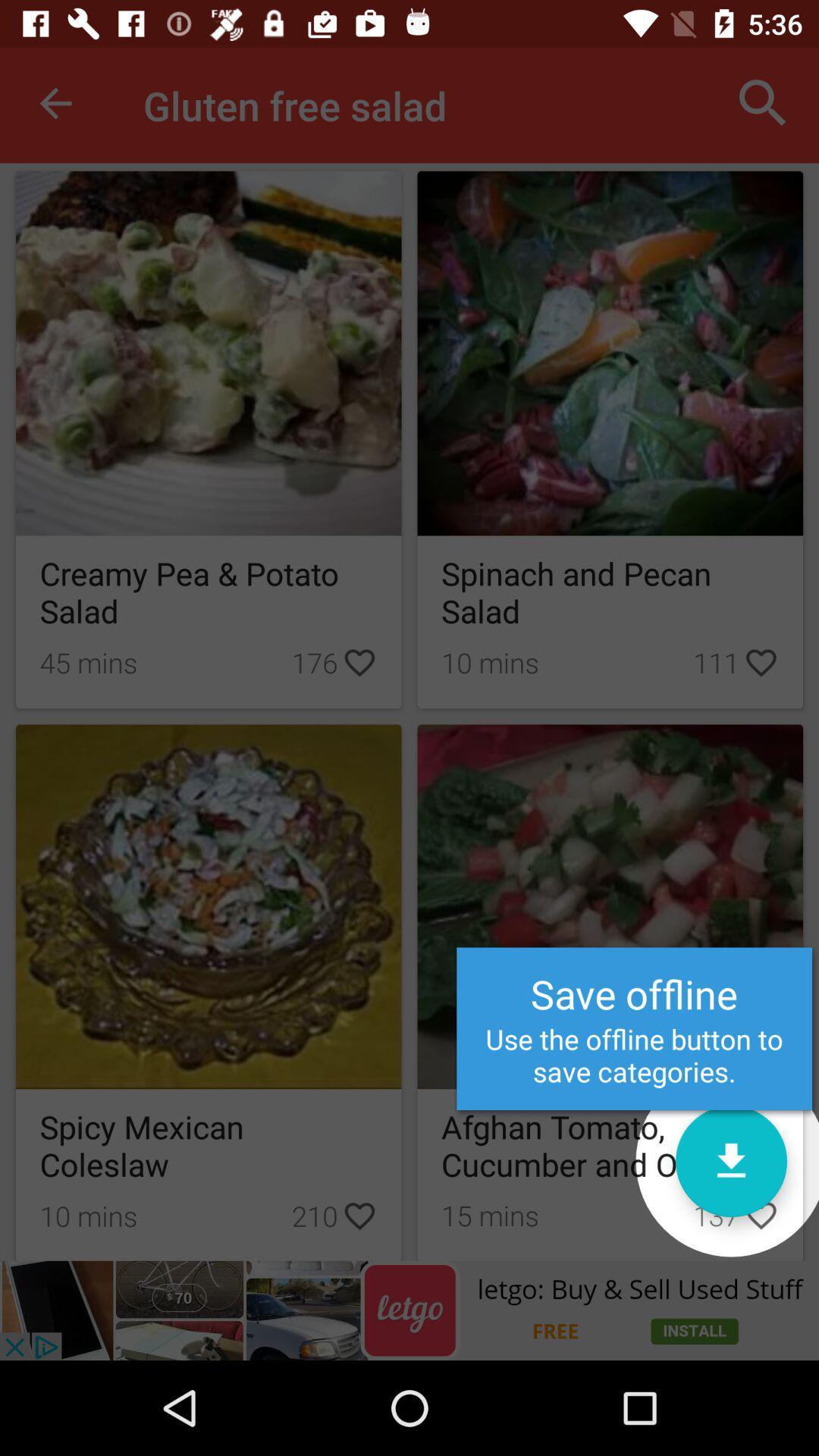  Describe the element at coordinates (761, 1215) in the screenshot. I see `the heart symbol` at that location.